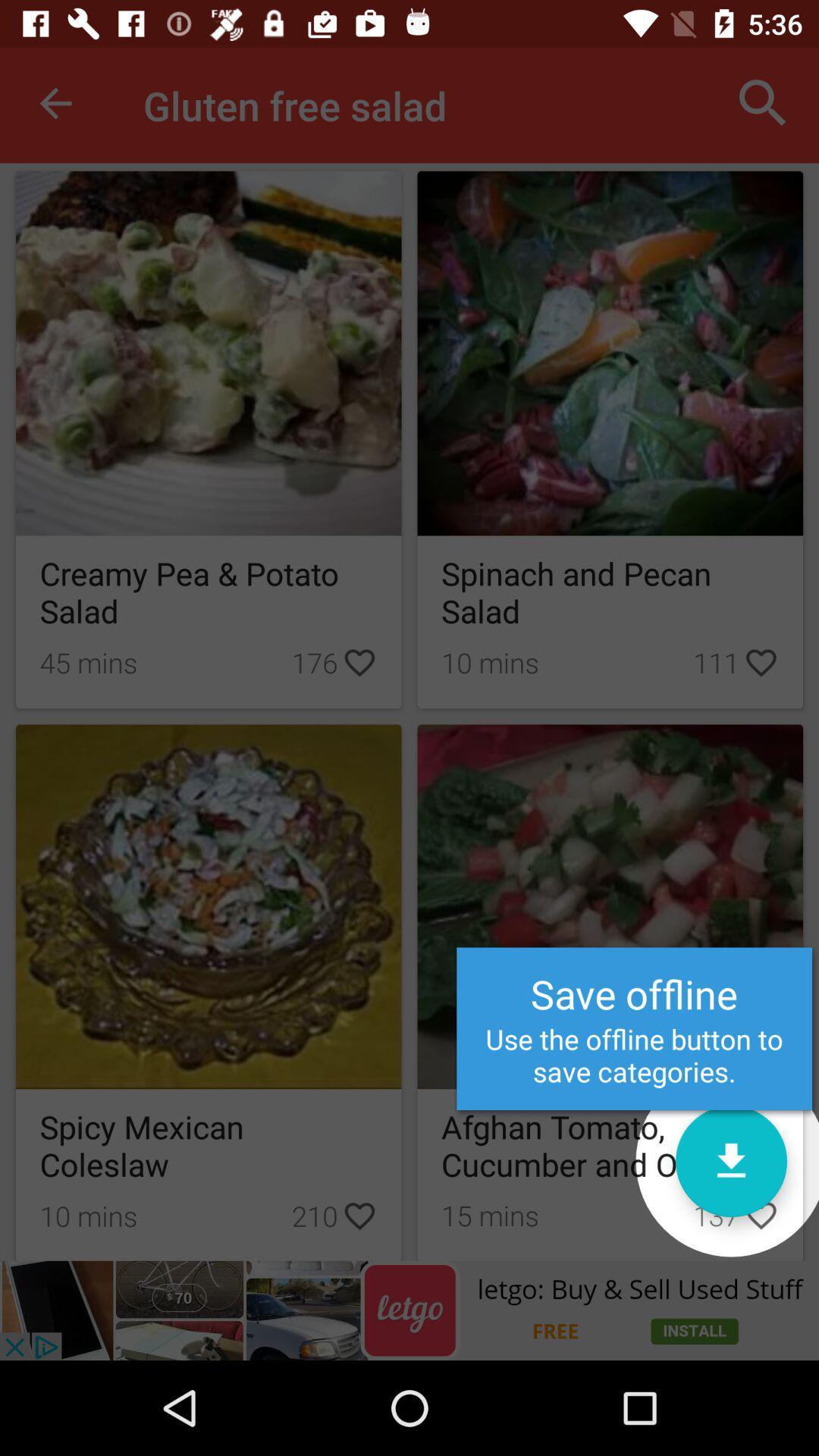  Describe the element at coordinates (761, 1215) in the screenshot. I see `the heart symbol` at that location.